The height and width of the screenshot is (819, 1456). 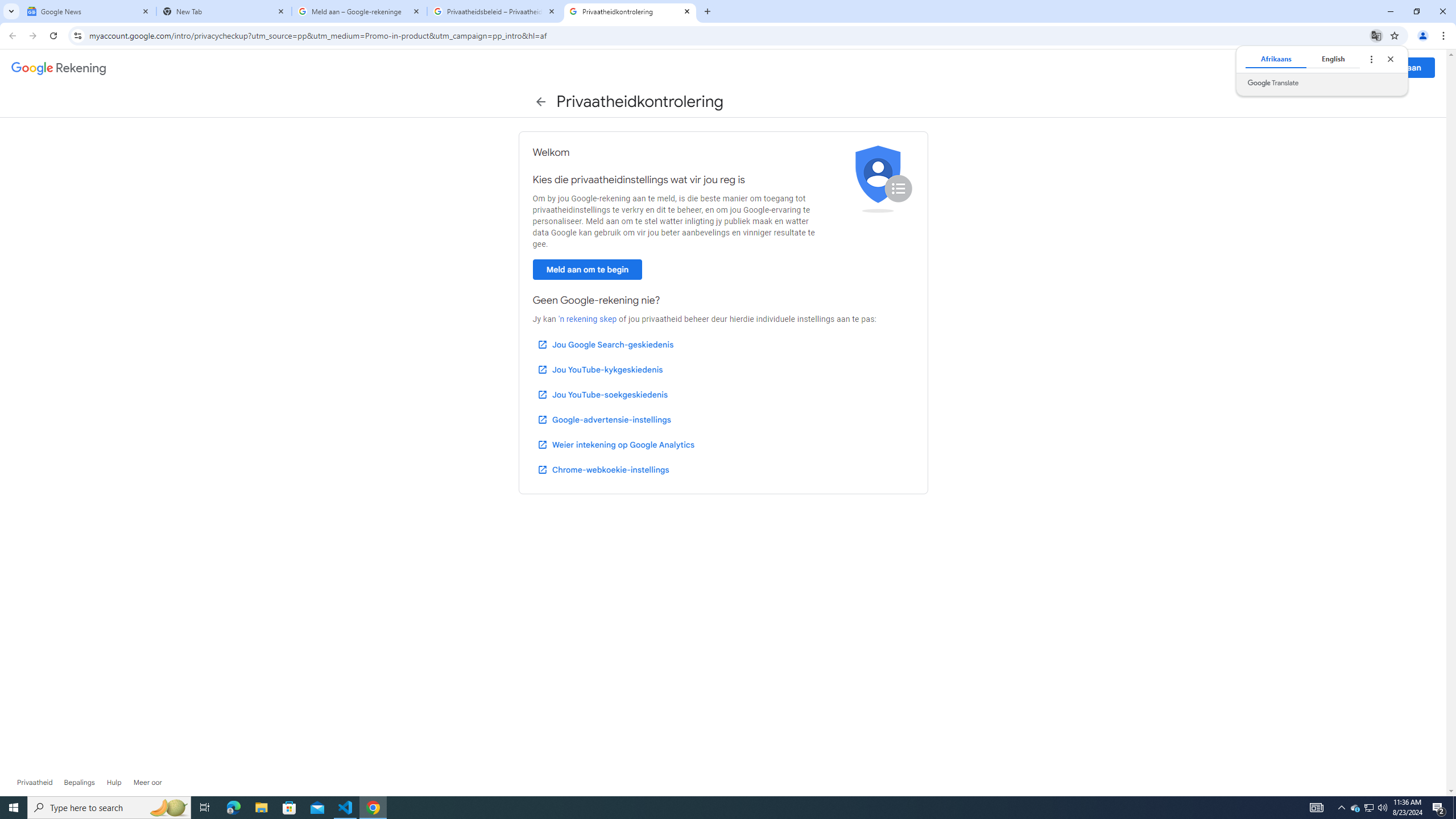 I want to click on 'Privaatheidkontrolering', so click(x=630, y=11).